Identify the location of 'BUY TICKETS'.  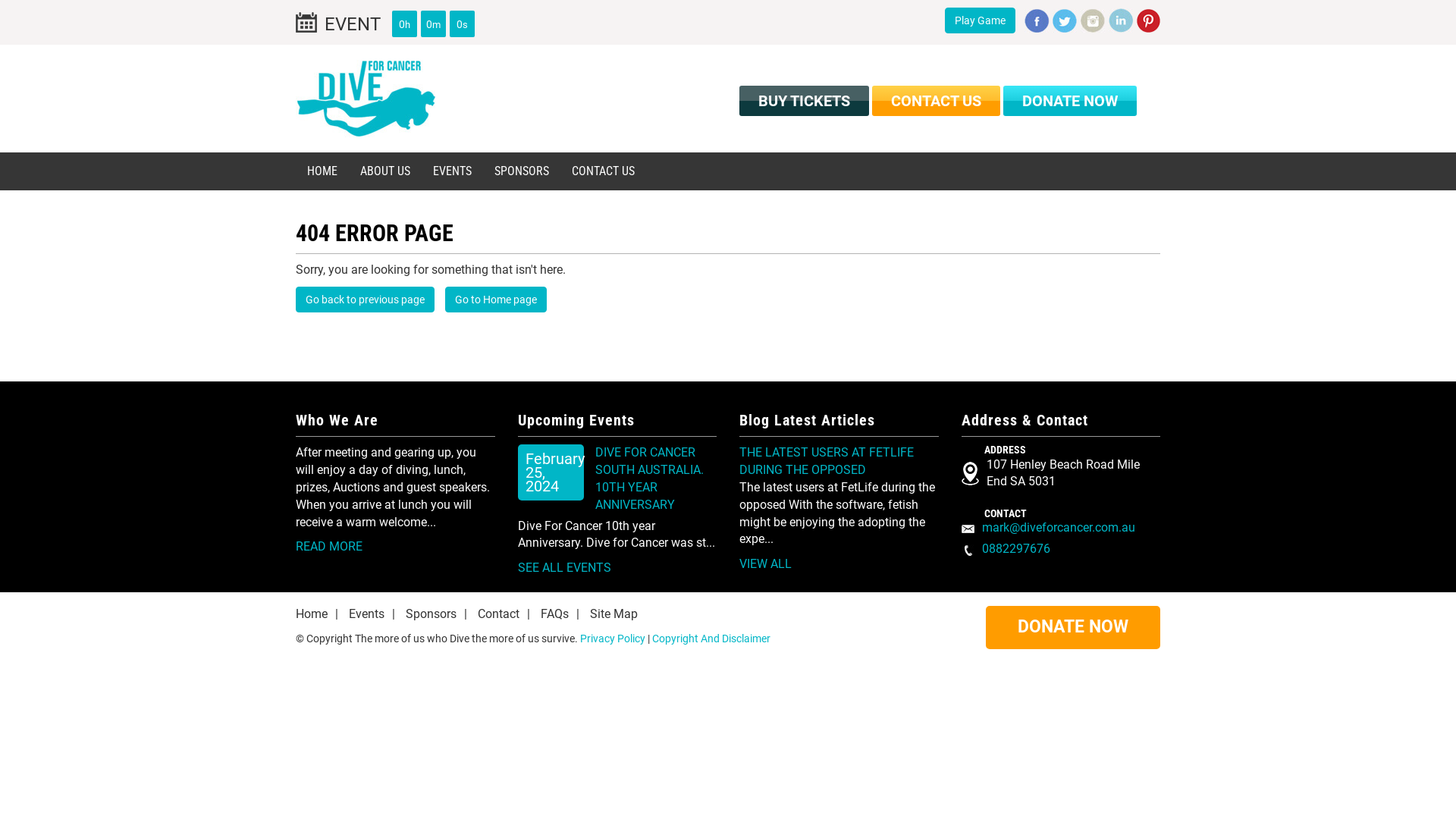
(739, 100).